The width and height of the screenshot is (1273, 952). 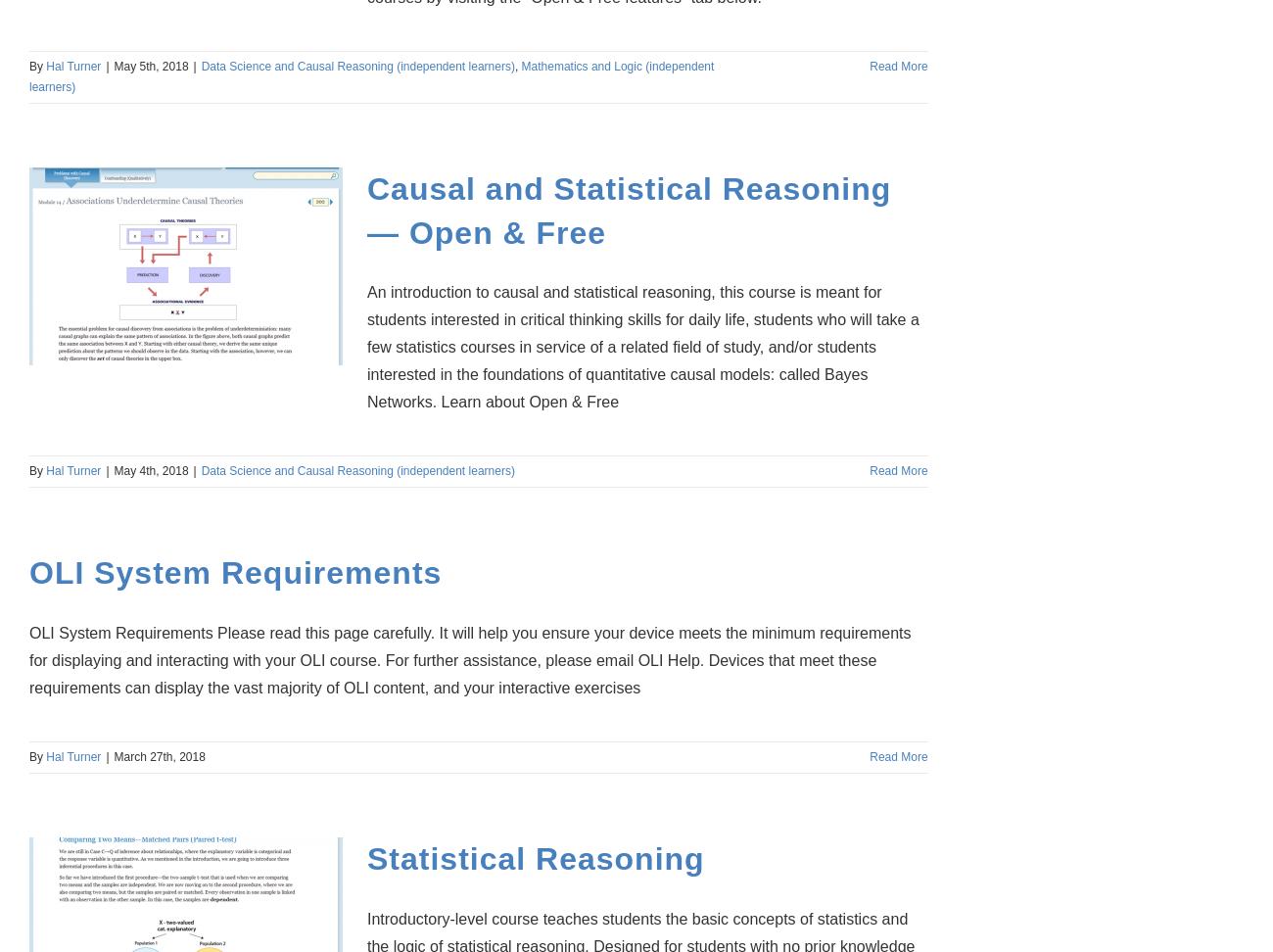 What do you see at coordinates (641, 346) in the screenshot?
I see `'An introduction to causal and statistical reasoning, this course is meant for students interested in critical thinking skills for daily life, students who will take a few statistics courses in service of a related field of study, and/or students interested in the foundations of quantitative causal models: called Bayes Networks. Learn about Open & Free'` at bounding box center [641, 346].